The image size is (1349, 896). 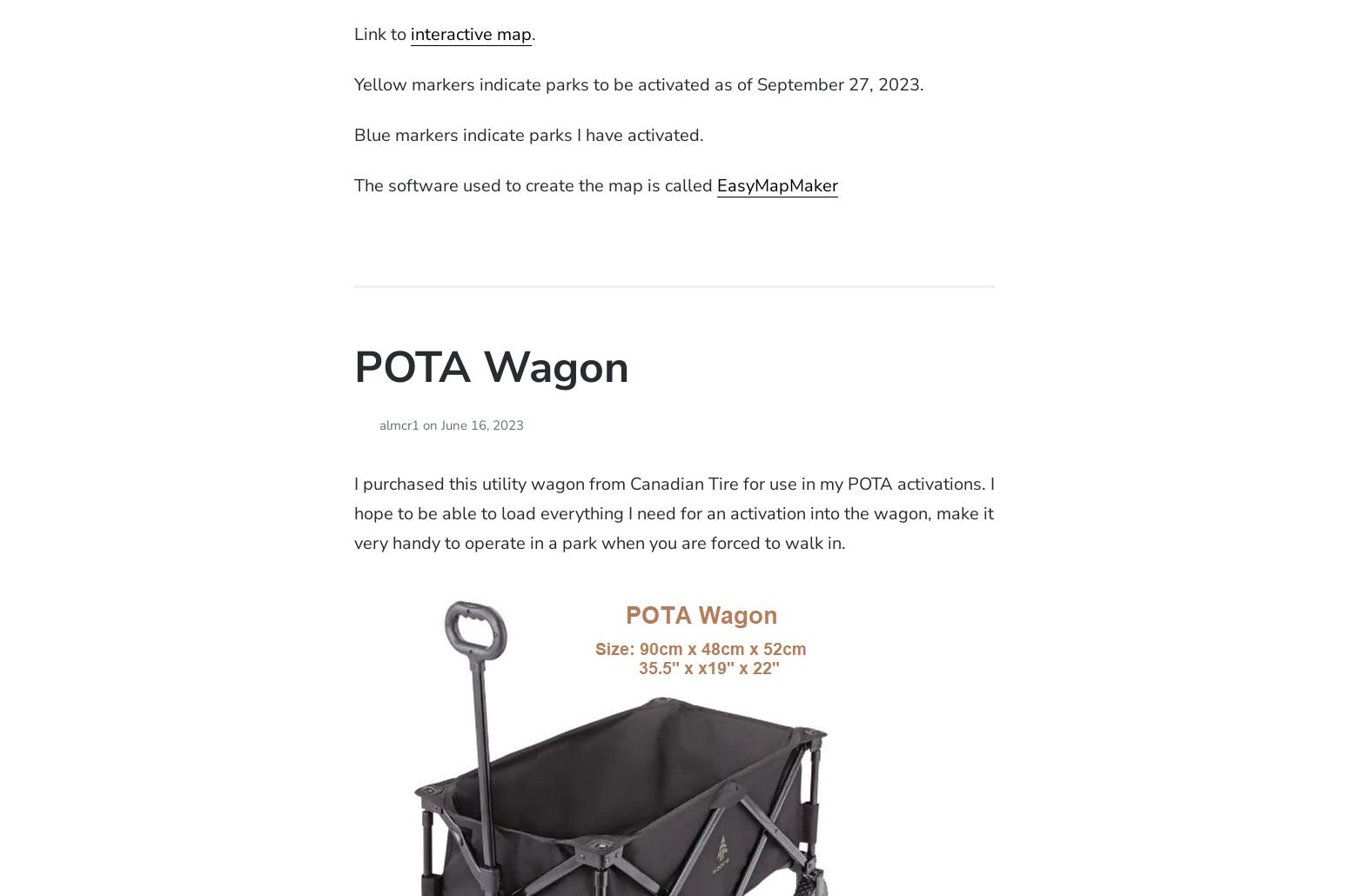 I want to click on 'June 16, 2023', so click(x=481, y=425).